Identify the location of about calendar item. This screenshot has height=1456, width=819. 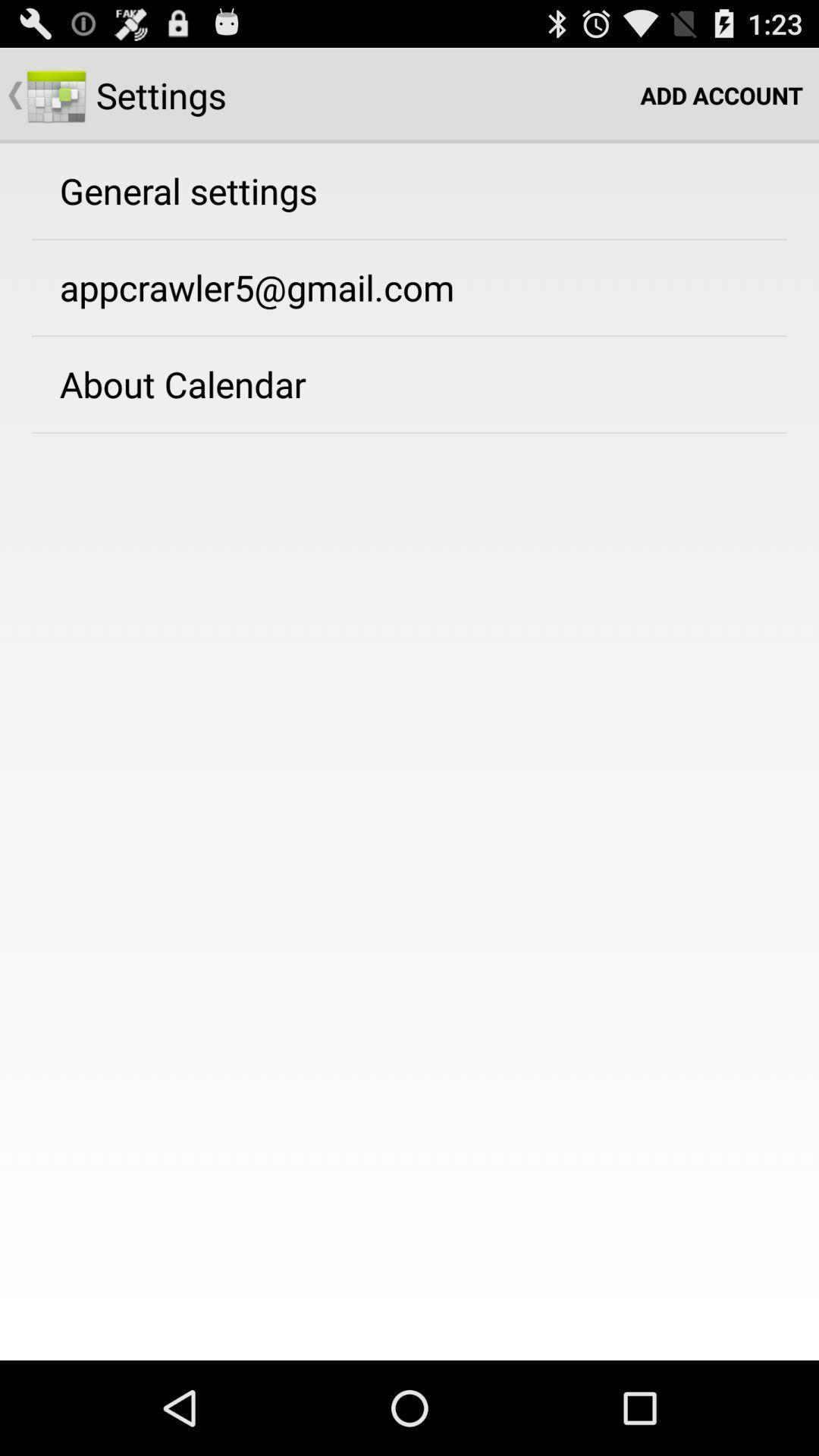
(182, 384).